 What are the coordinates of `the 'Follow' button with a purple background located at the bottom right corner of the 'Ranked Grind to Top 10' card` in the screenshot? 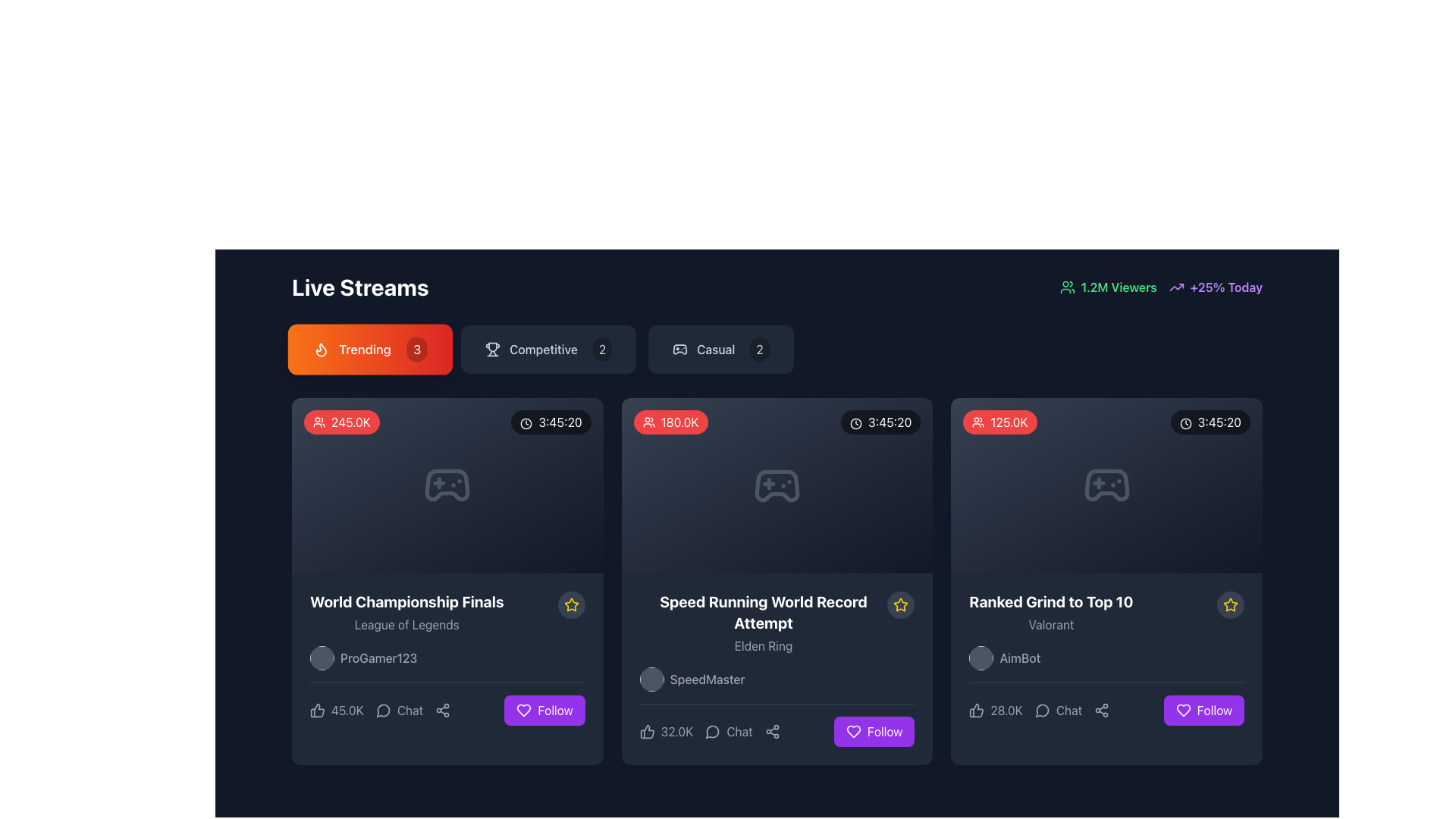 It's located at (1214, 711).